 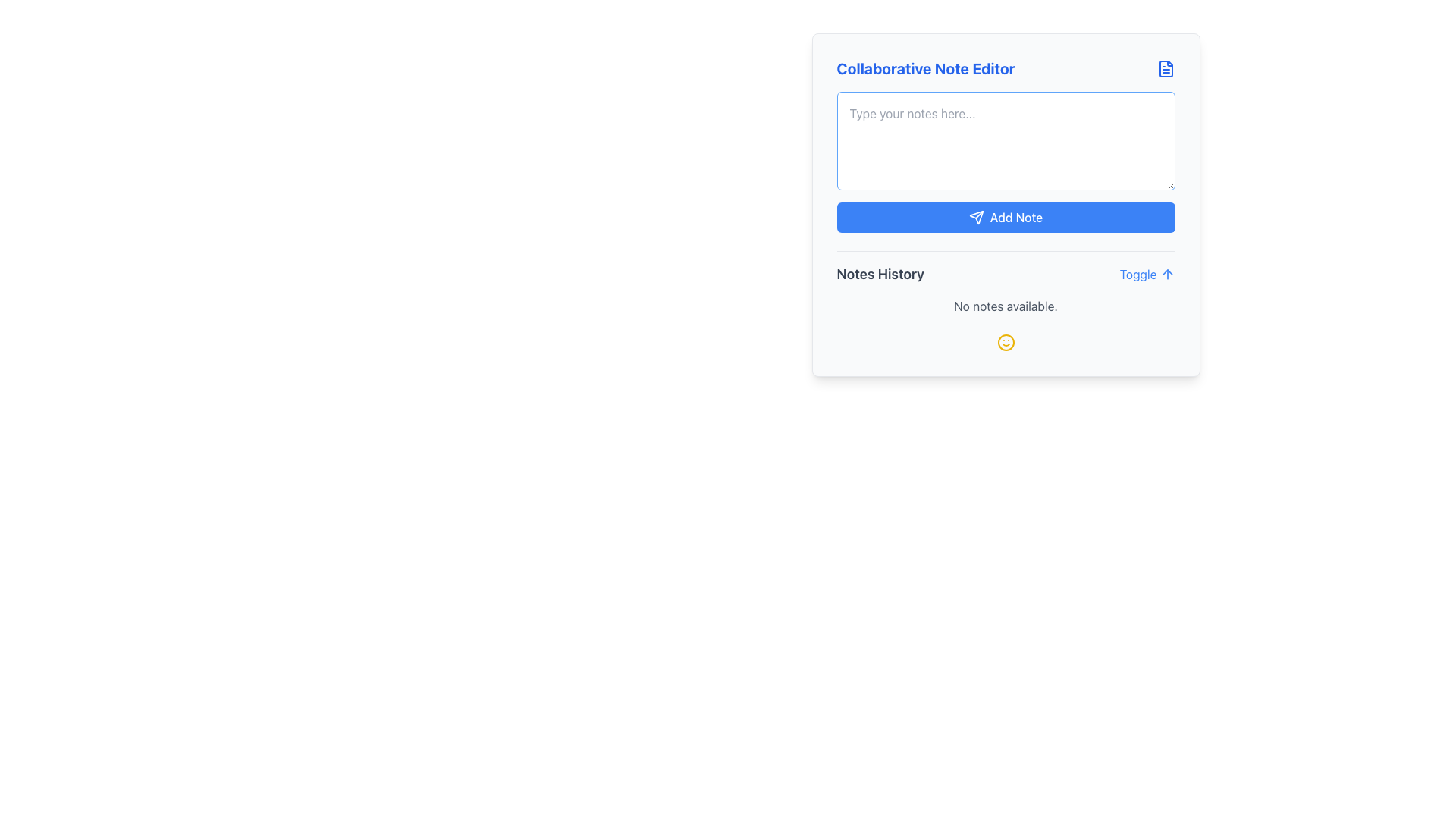 What do you see at coordinates (1006, 217) in the screenshot?
I see `the 'Add Note' button with a vibrant blue background and white text, located in the center region of the 'Collaborative Note Editor' card` at bounding box center [1006, 217].